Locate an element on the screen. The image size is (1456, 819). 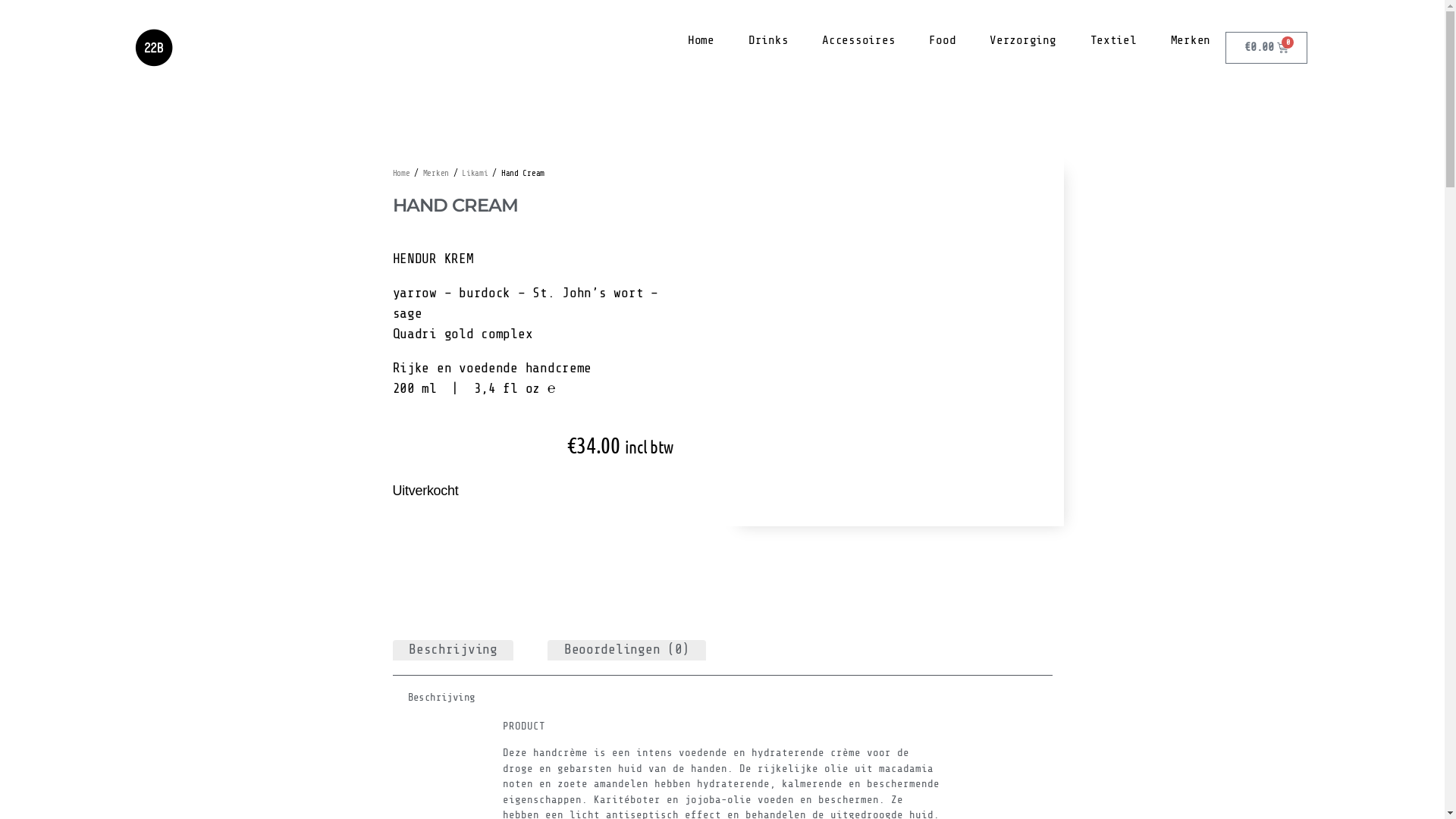
'Beschrijving' is located at coordinates (453, 648).